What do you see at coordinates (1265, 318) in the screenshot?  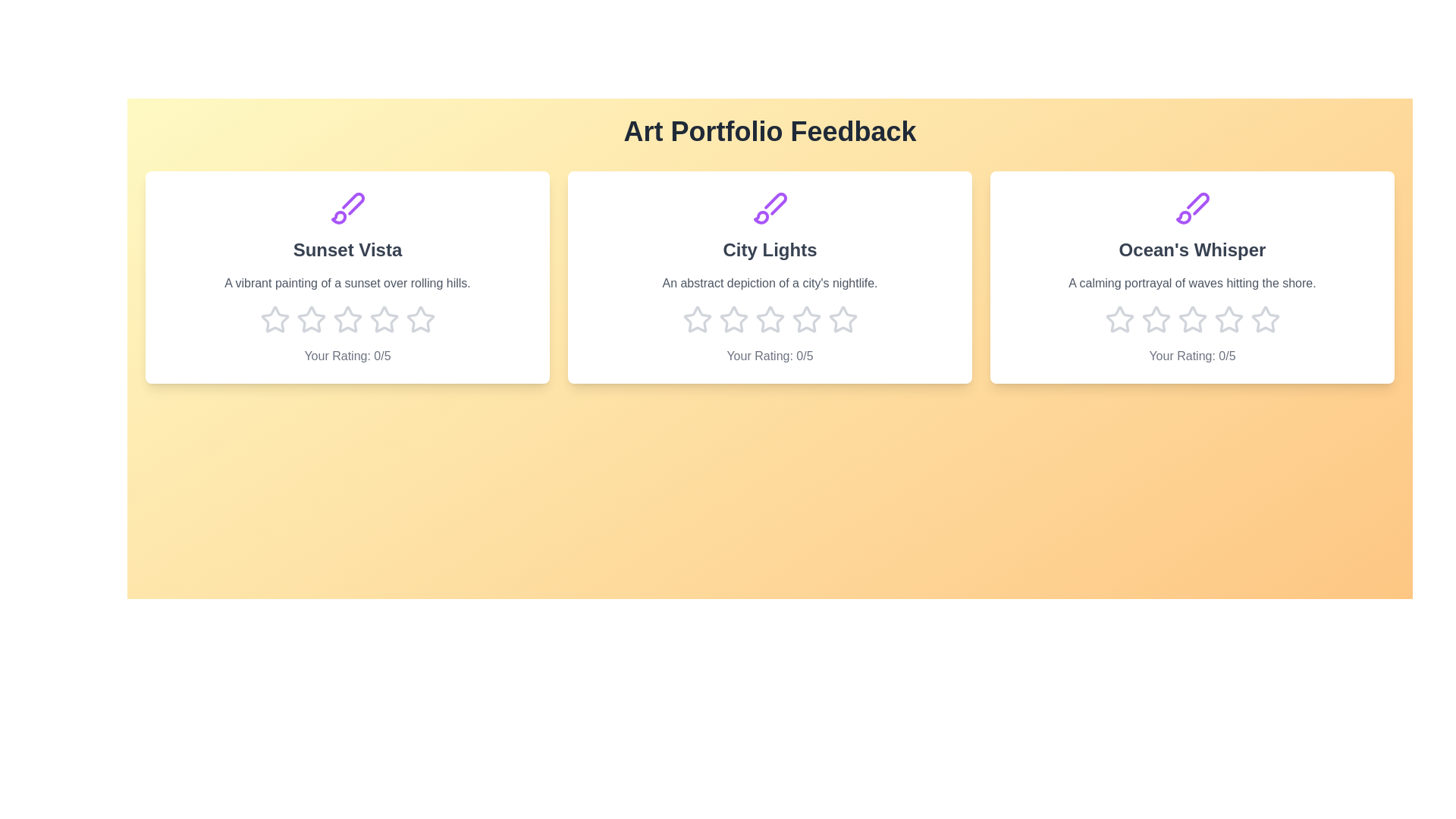 I see `the star corresponding to 5 stars for the artwork titled 'Ocean's Whisper'` at bounding box center [1265, 318].